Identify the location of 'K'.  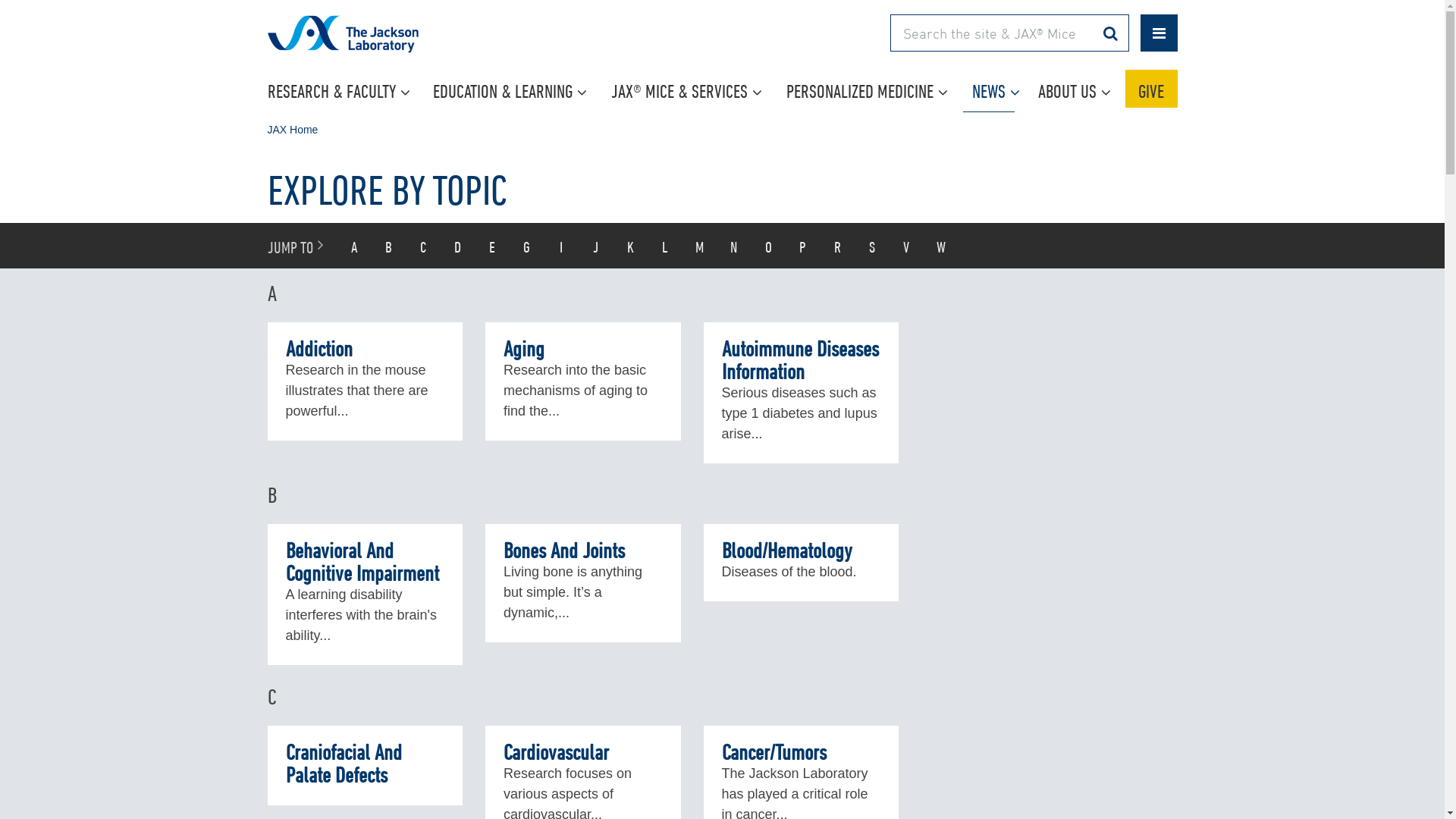
(629, 245).